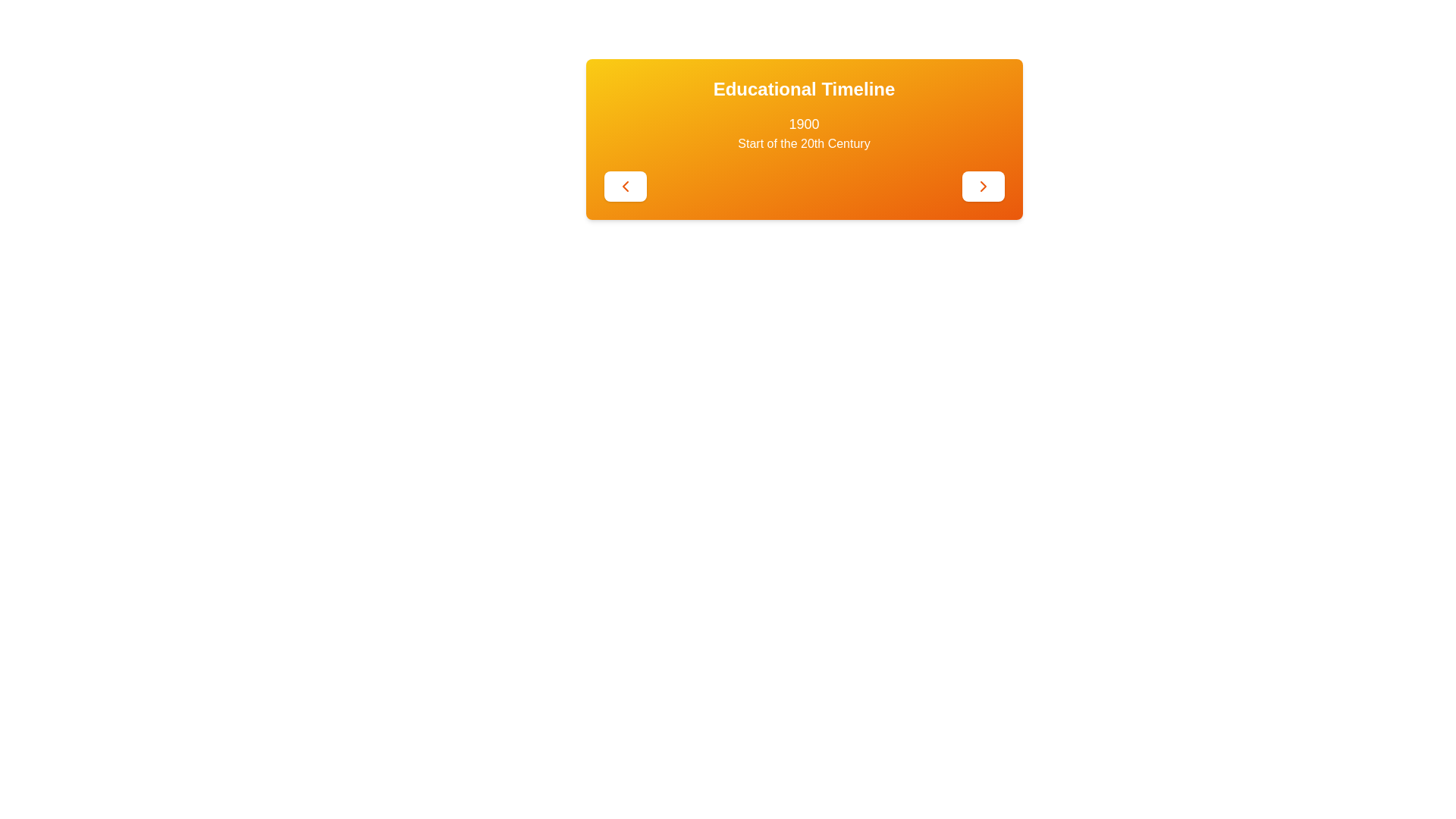 This screenshot has height=819, width=1456. I want to click on the text label displaying '1900' and 'Start of the 20th Century', which is centered within an orange gradient box, so click(803, 133).